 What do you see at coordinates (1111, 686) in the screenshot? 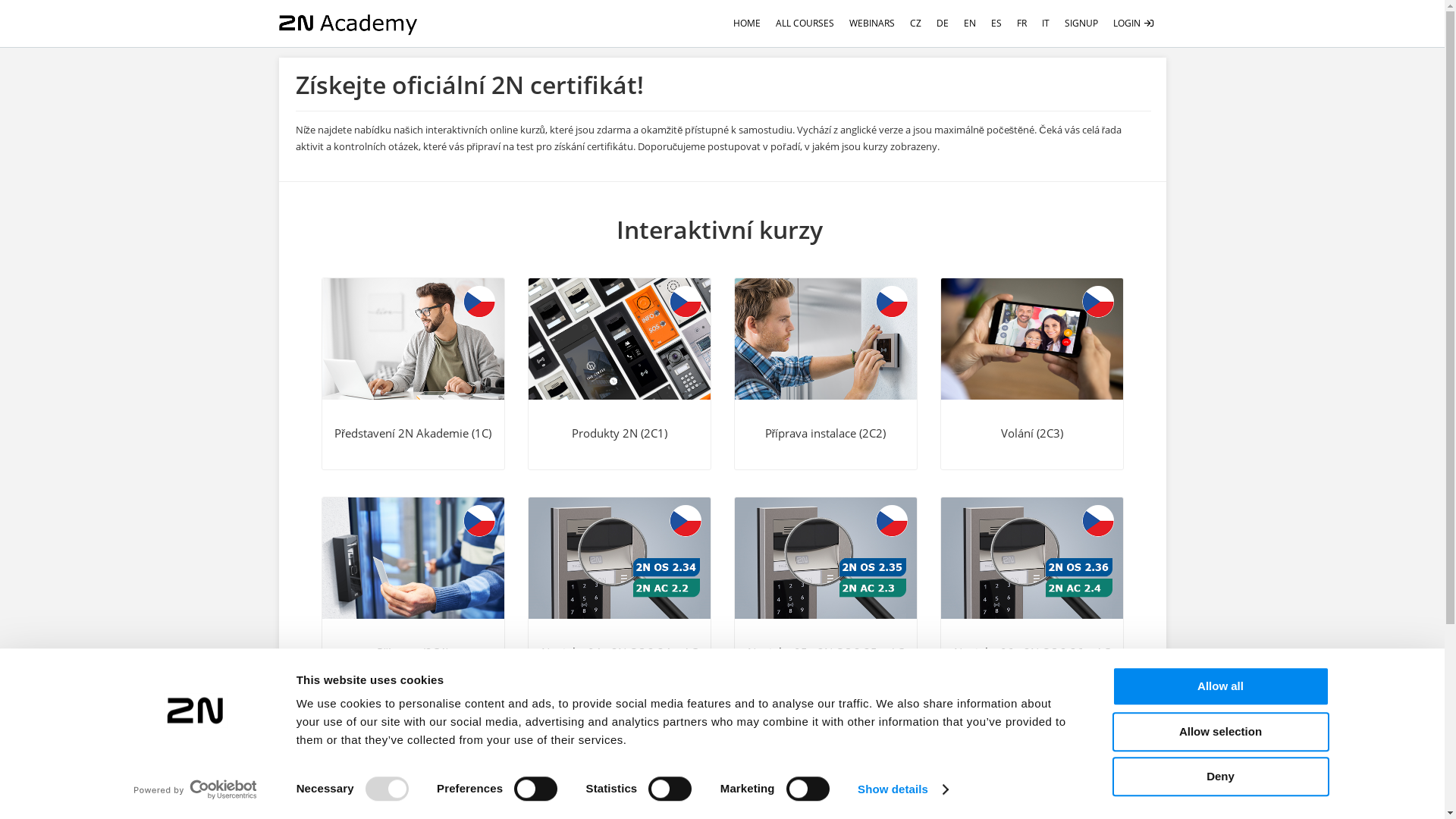
I see `'Allow all'` at bounding box center [1111, 686].